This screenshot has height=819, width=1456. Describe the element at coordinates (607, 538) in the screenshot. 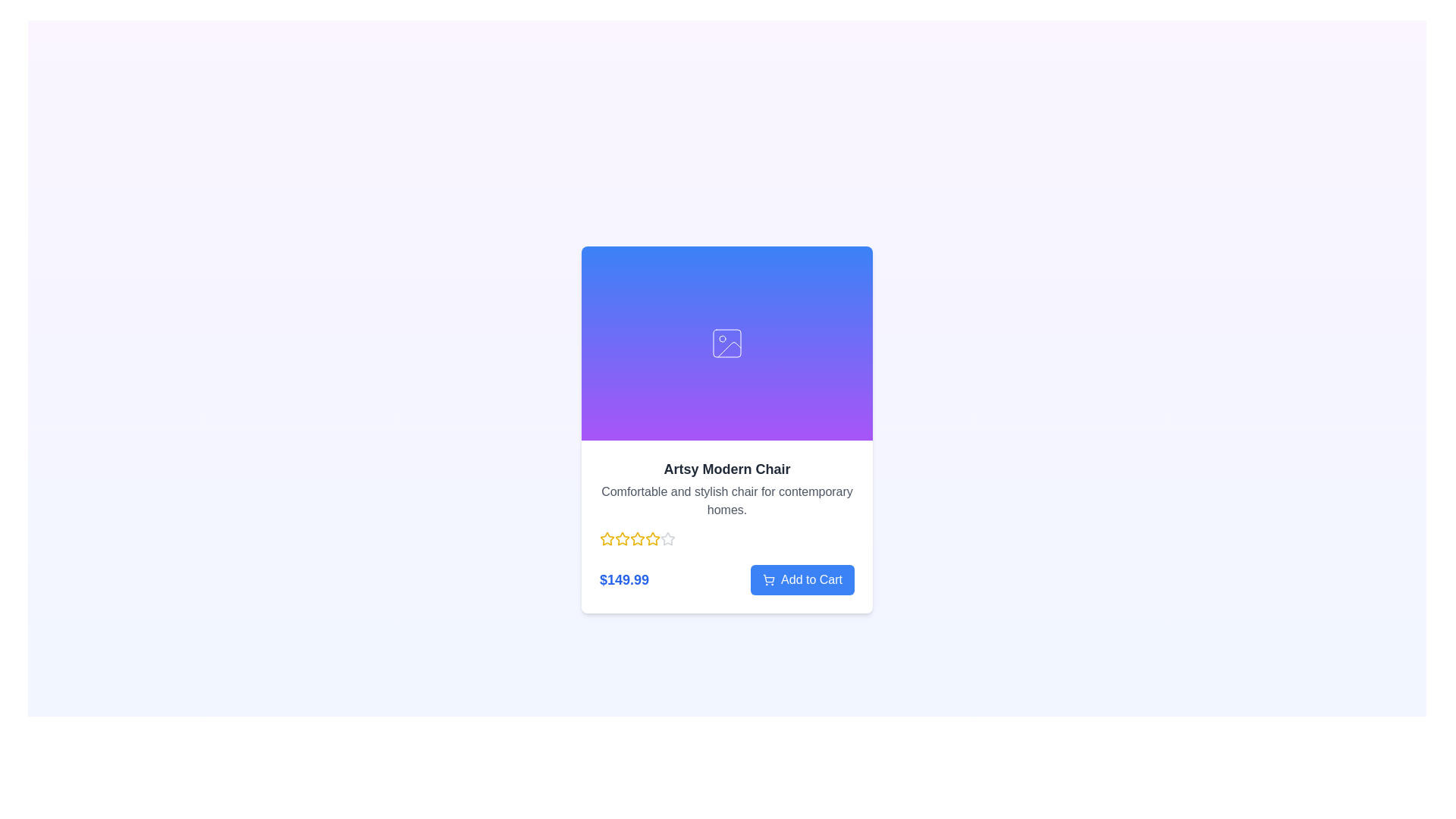

I see `the first yellow star-shaped rating icon located below the 'Artsy Modern Chair' title and above the price in the card element` at that location.